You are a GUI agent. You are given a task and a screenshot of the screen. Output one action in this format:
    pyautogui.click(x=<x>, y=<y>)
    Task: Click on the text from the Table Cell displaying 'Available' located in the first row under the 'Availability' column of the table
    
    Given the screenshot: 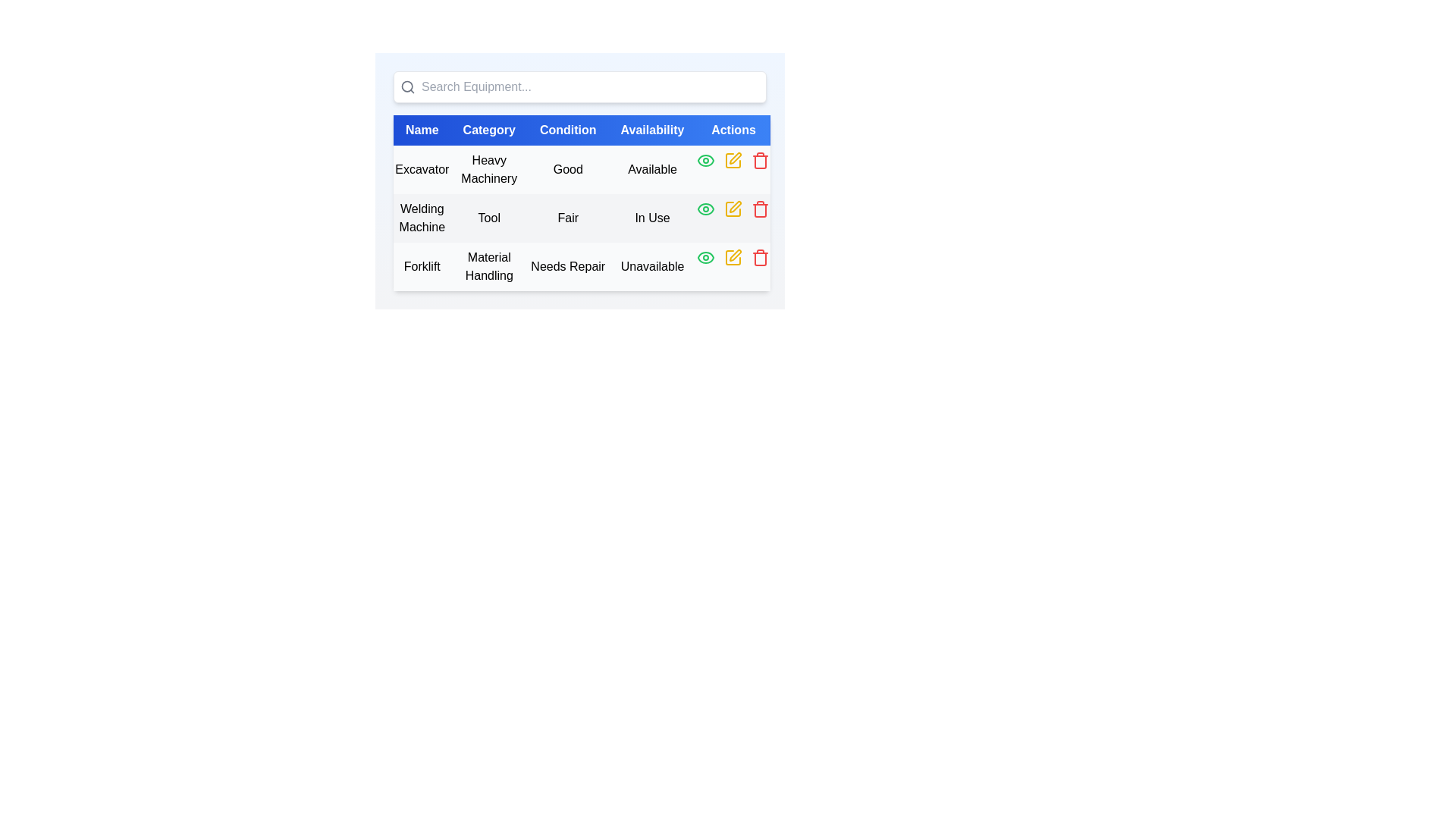 What is the action you would take?
    pyautogui.click(x=652, y=169)
    